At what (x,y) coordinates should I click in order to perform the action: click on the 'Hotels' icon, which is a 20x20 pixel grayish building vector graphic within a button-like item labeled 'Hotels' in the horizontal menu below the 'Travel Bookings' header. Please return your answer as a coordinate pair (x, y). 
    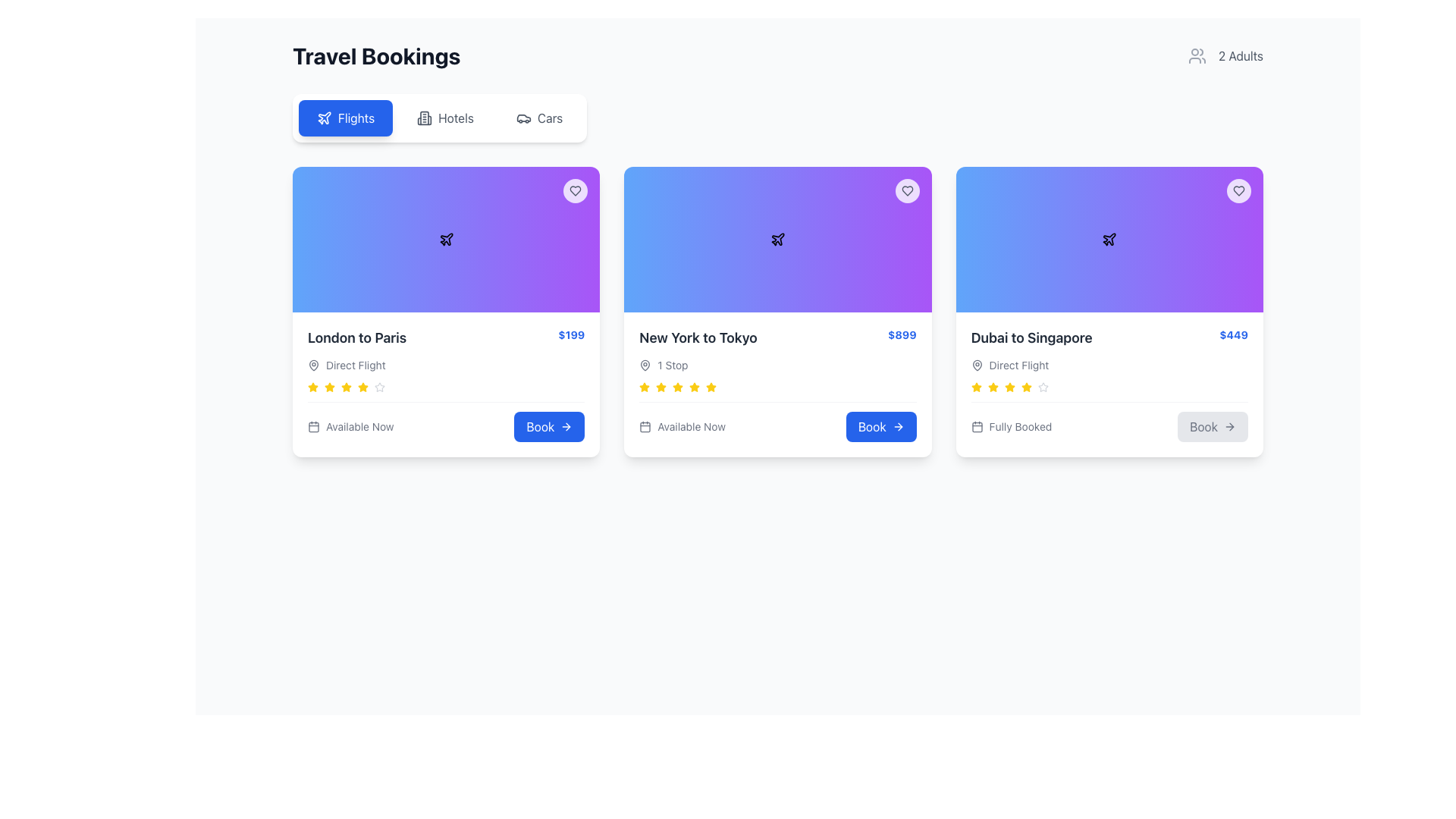
    Looking at the image, I should click on (425, 117).